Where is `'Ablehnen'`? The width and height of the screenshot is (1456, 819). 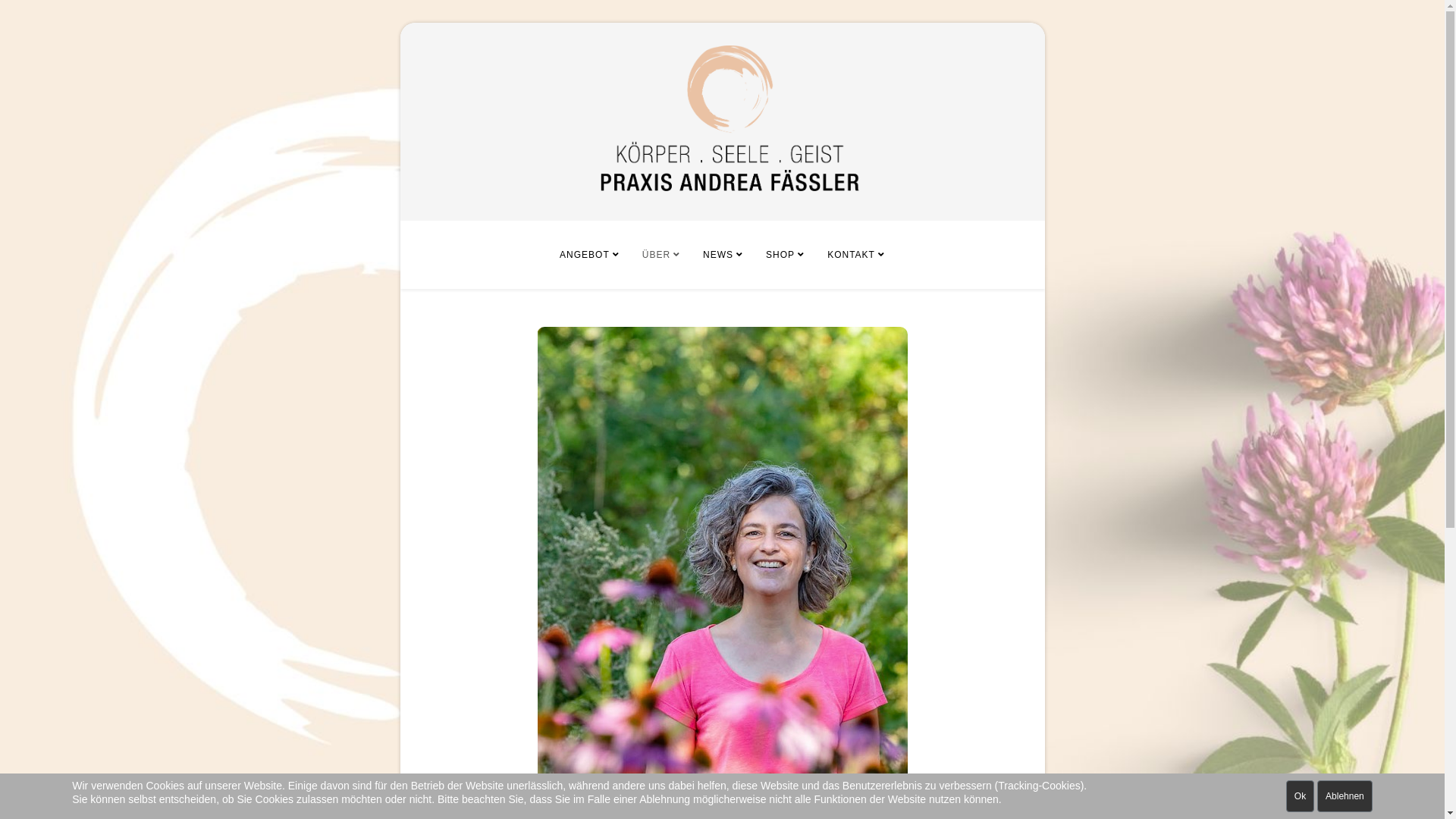
'Ablehnen' is located at coordinates (1345, 795).